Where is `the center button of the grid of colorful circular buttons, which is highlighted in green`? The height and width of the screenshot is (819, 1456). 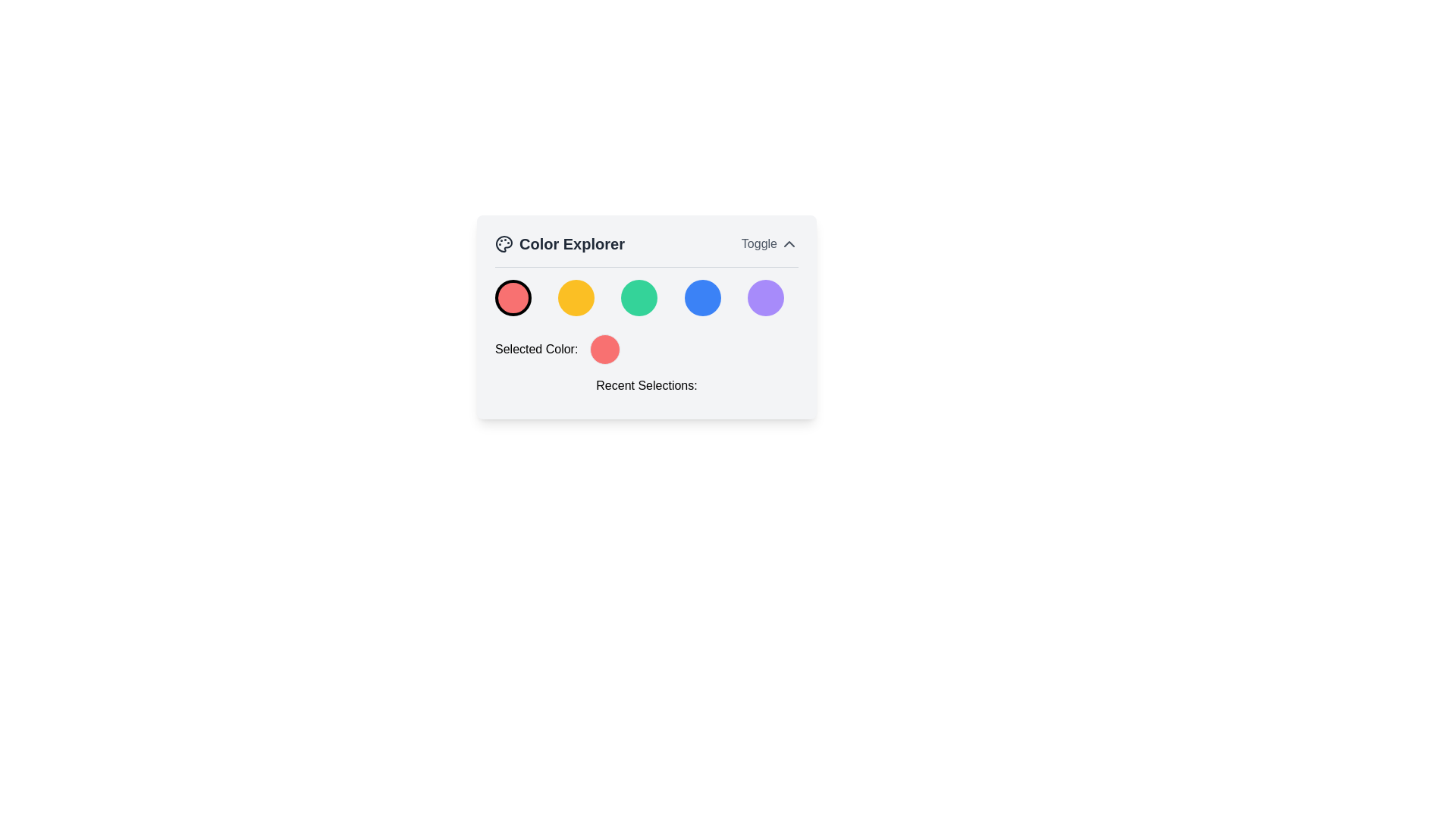 the center button of the grid of colorful circular buttons, which is highlighted in green is located at coordinates (647, 298).